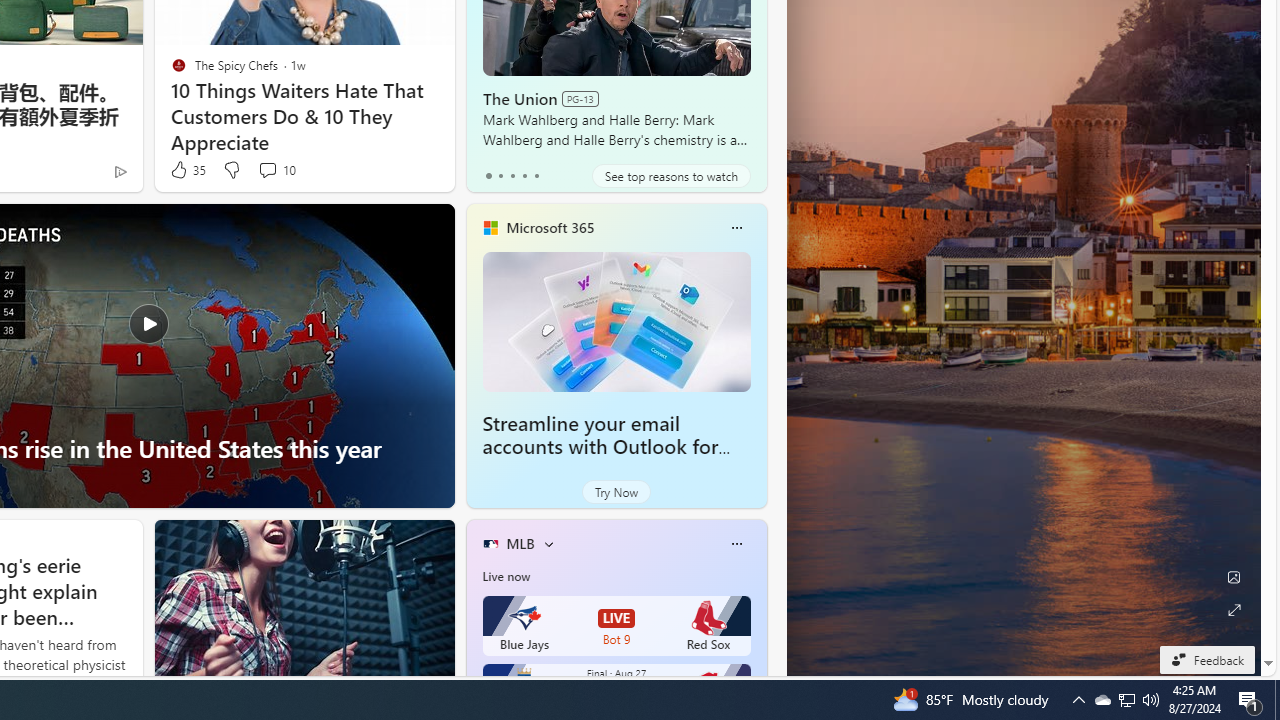  What do you see at coordinates (520, 543) in the screenshot?
I see `'MLB'` at bounding box center [520, 543].